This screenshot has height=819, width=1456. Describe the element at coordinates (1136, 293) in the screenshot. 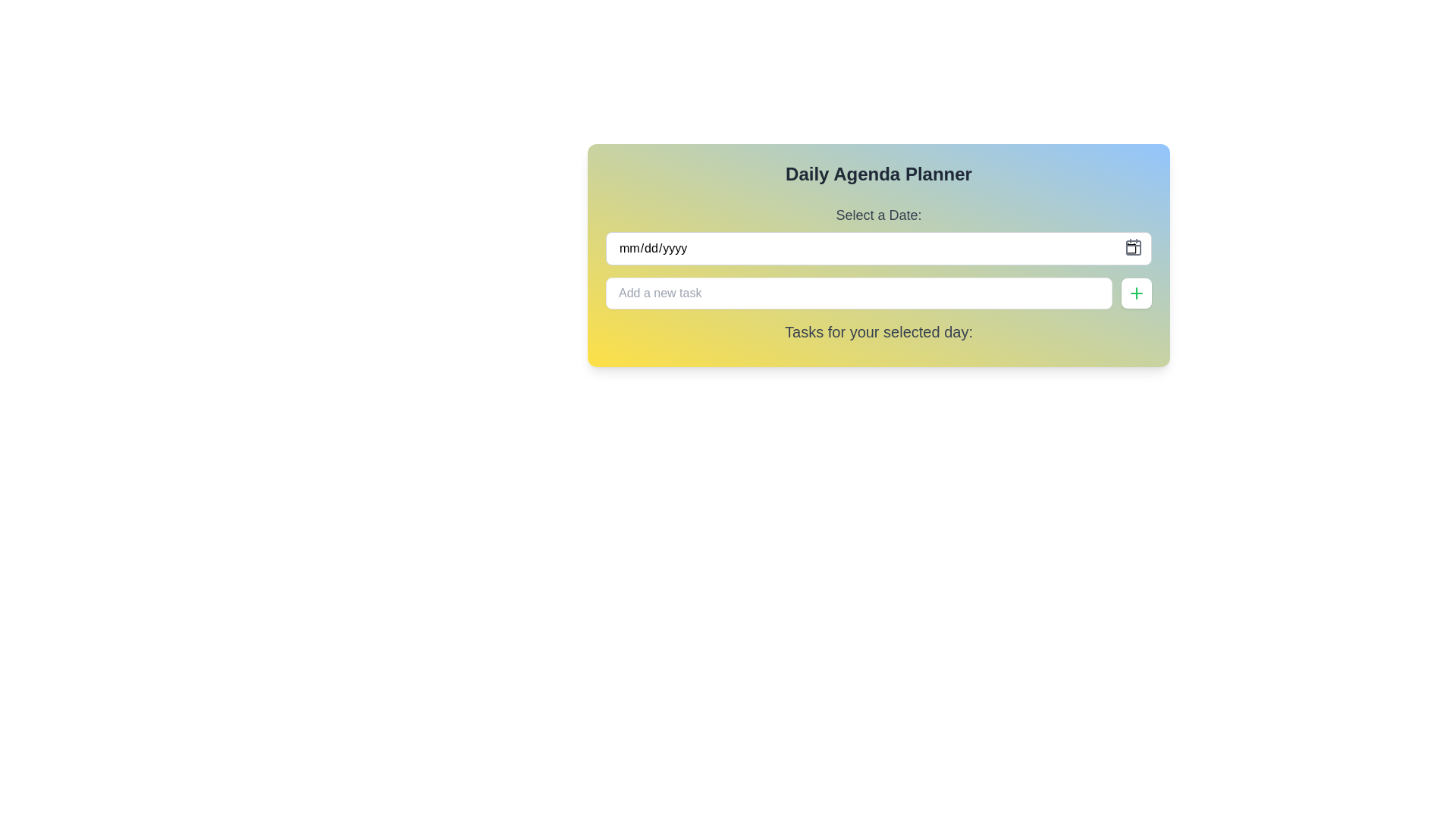

I see `the 'Add' button located to the right of the 'Add a new task' input field` at that location.